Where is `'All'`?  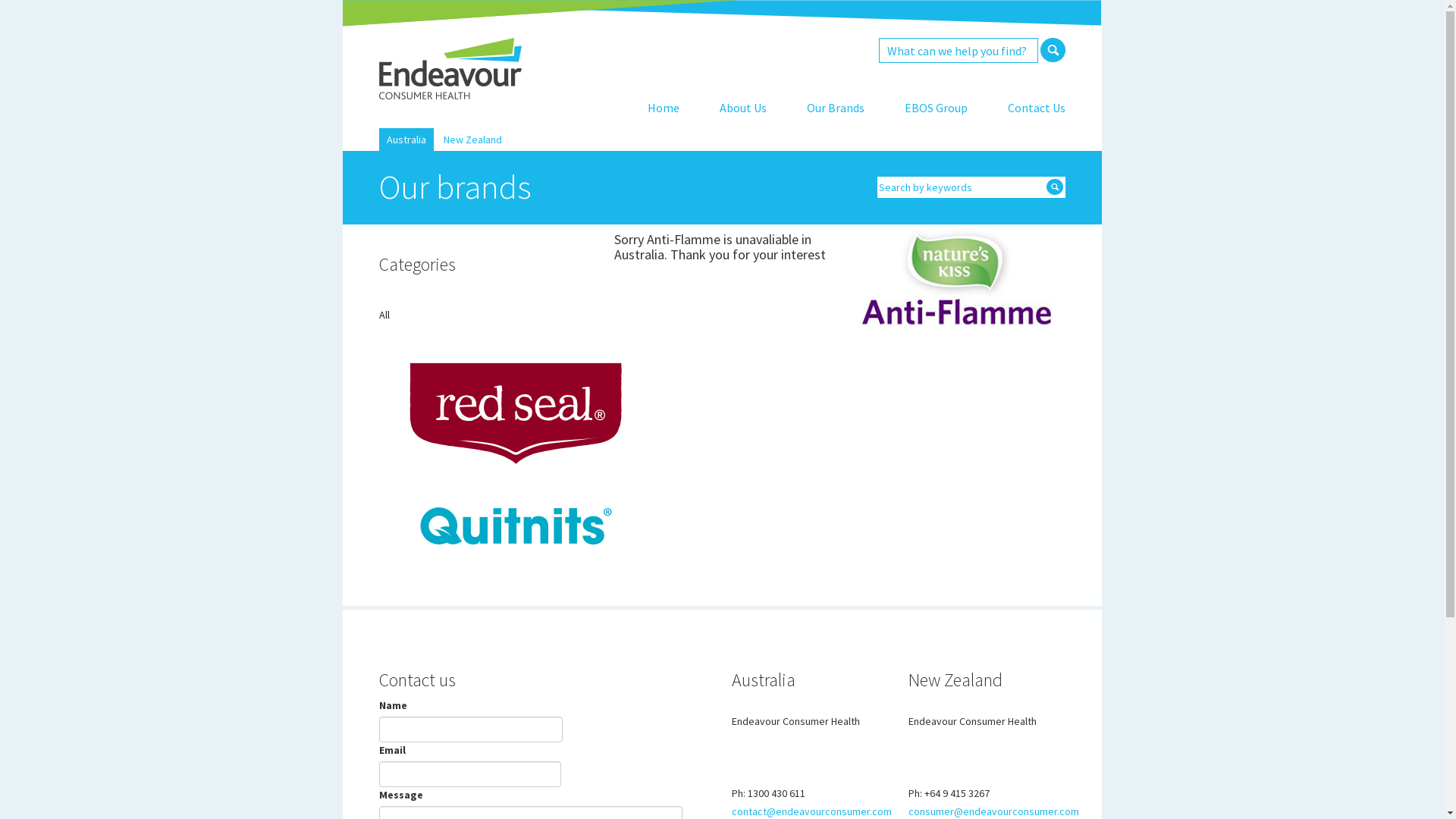
'All' is located at coordinates (378, 314).